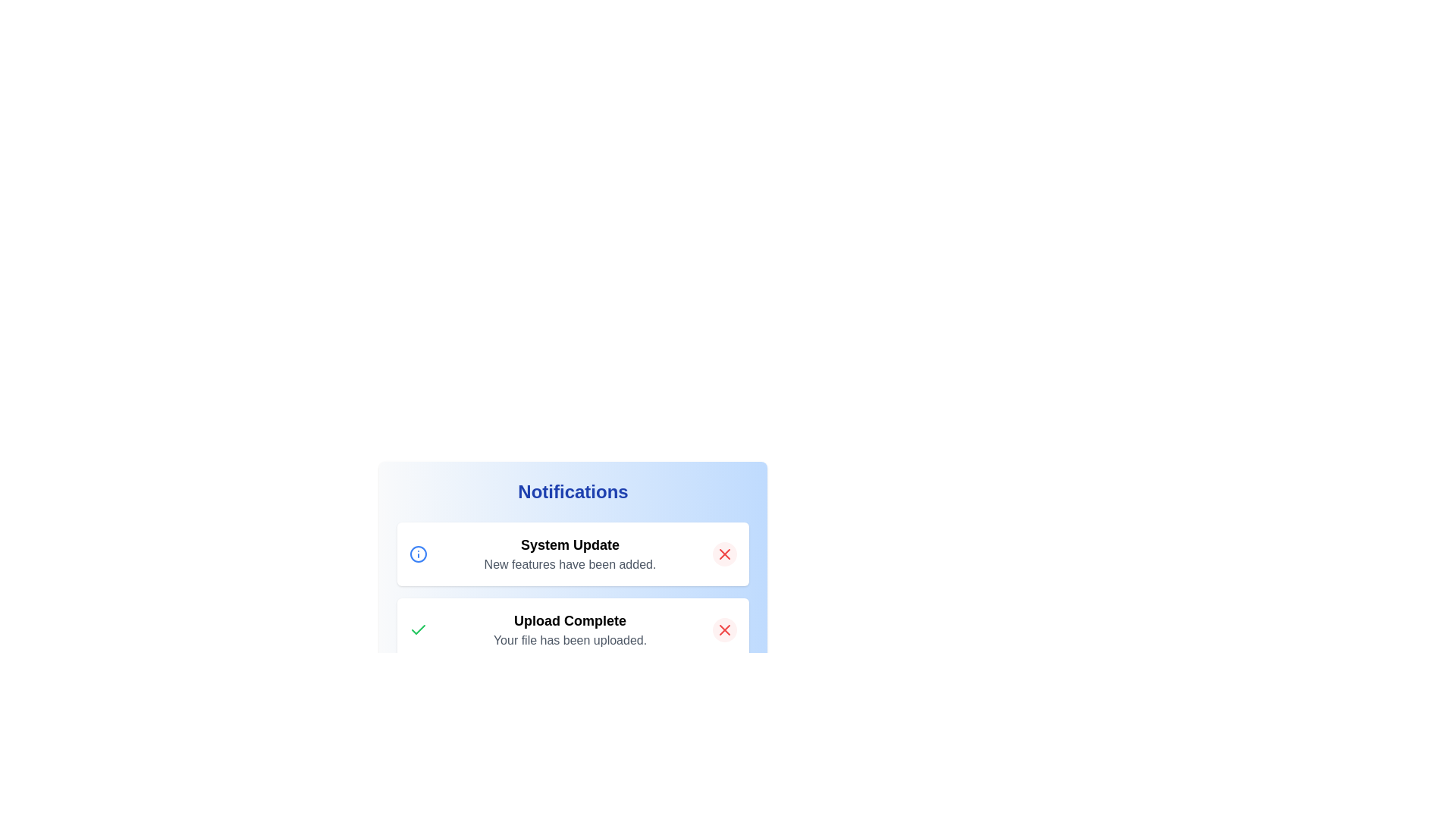 The width and height of the screenshot is (1456, 819). Describe the element at coordinates (723, 554) in the screenshot. I see `the Interactive icon (close button) located at the top-right corner of the 'System Update' notification card for keyboard navigation` at that location.